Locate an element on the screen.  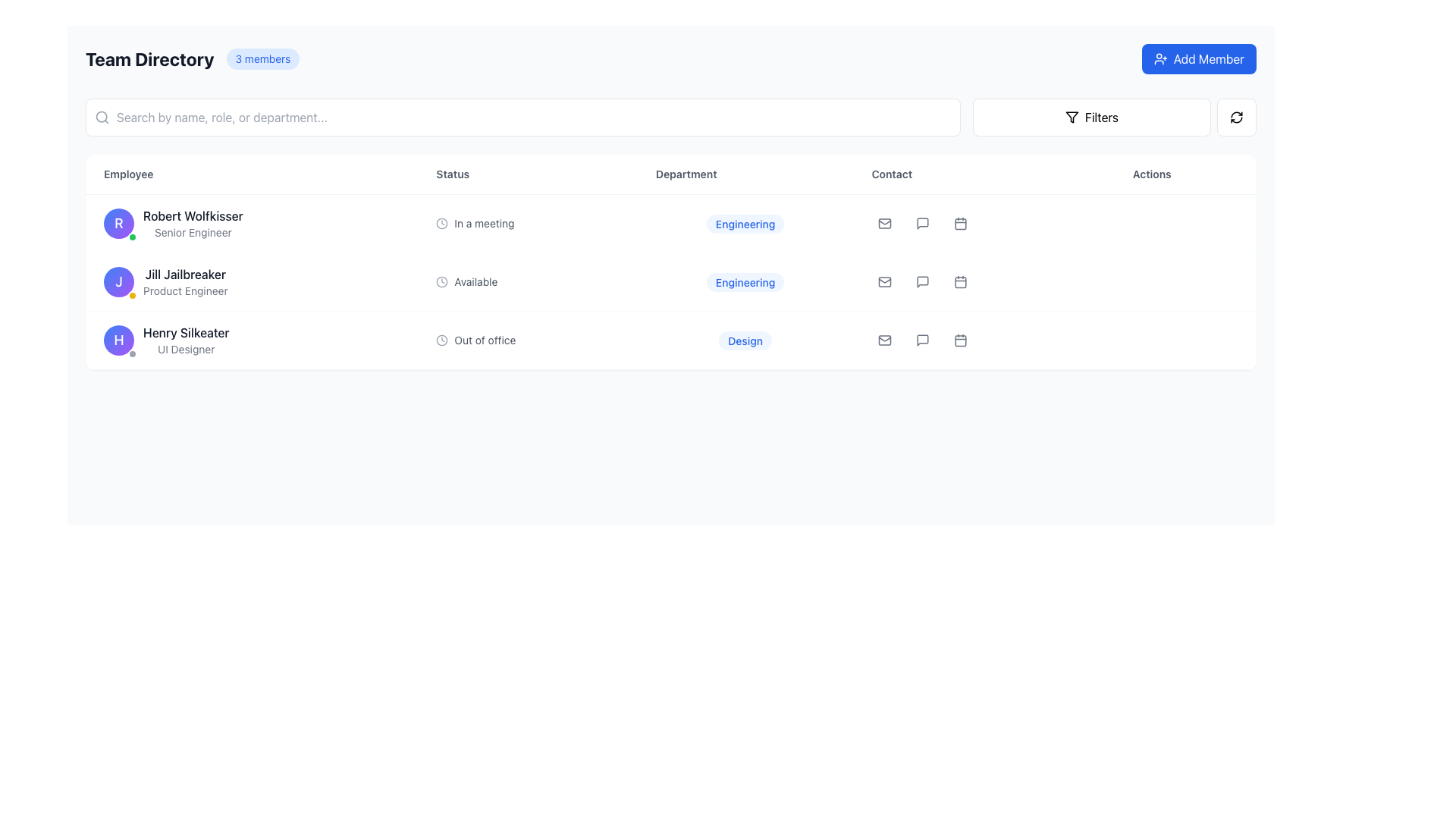
the envelope icon located is located at coordinates (884, 281).